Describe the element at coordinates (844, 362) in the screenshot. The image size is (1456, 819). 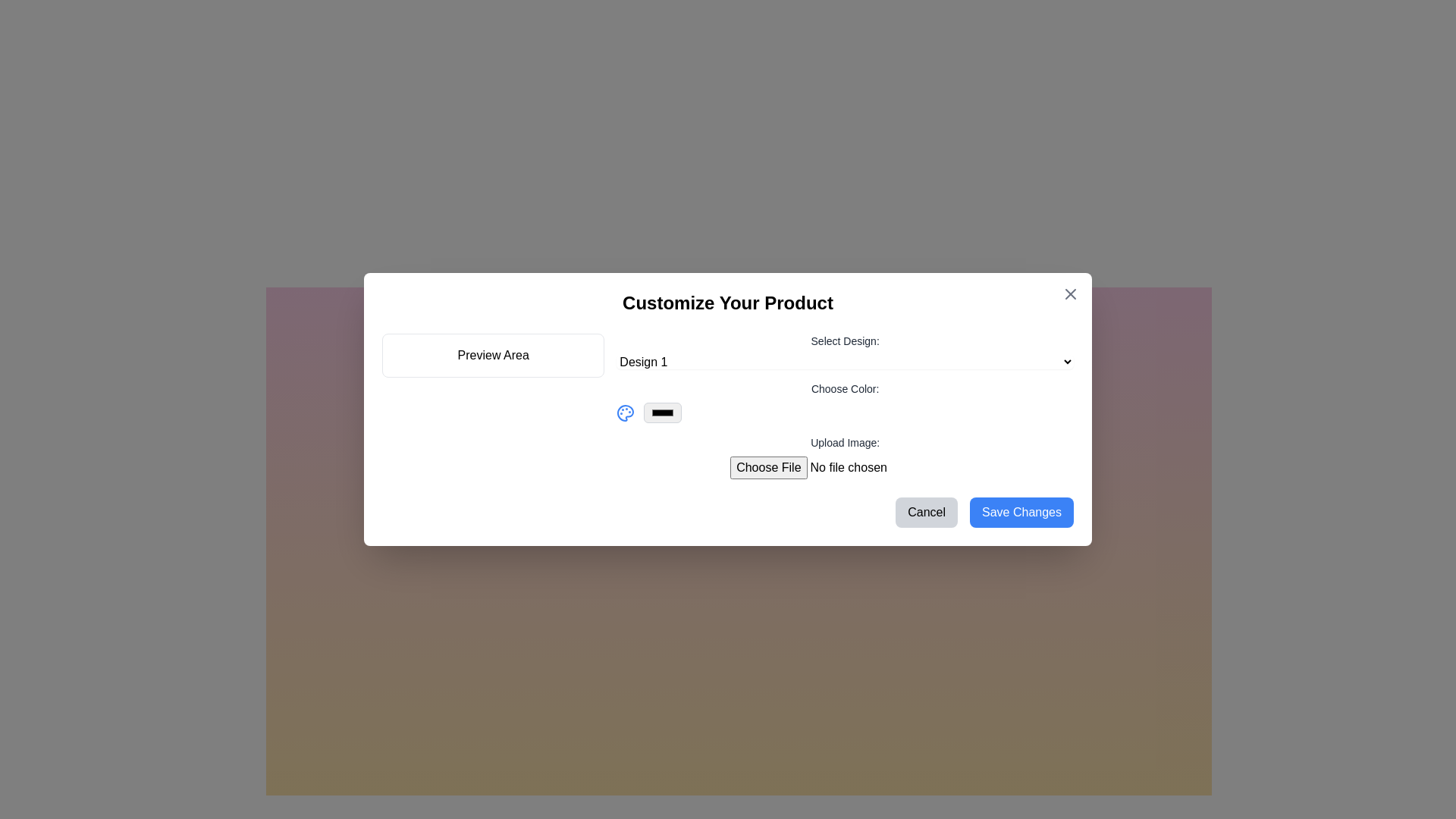
I see `the dropdown menu labeled 'Select Design:'` at that location.